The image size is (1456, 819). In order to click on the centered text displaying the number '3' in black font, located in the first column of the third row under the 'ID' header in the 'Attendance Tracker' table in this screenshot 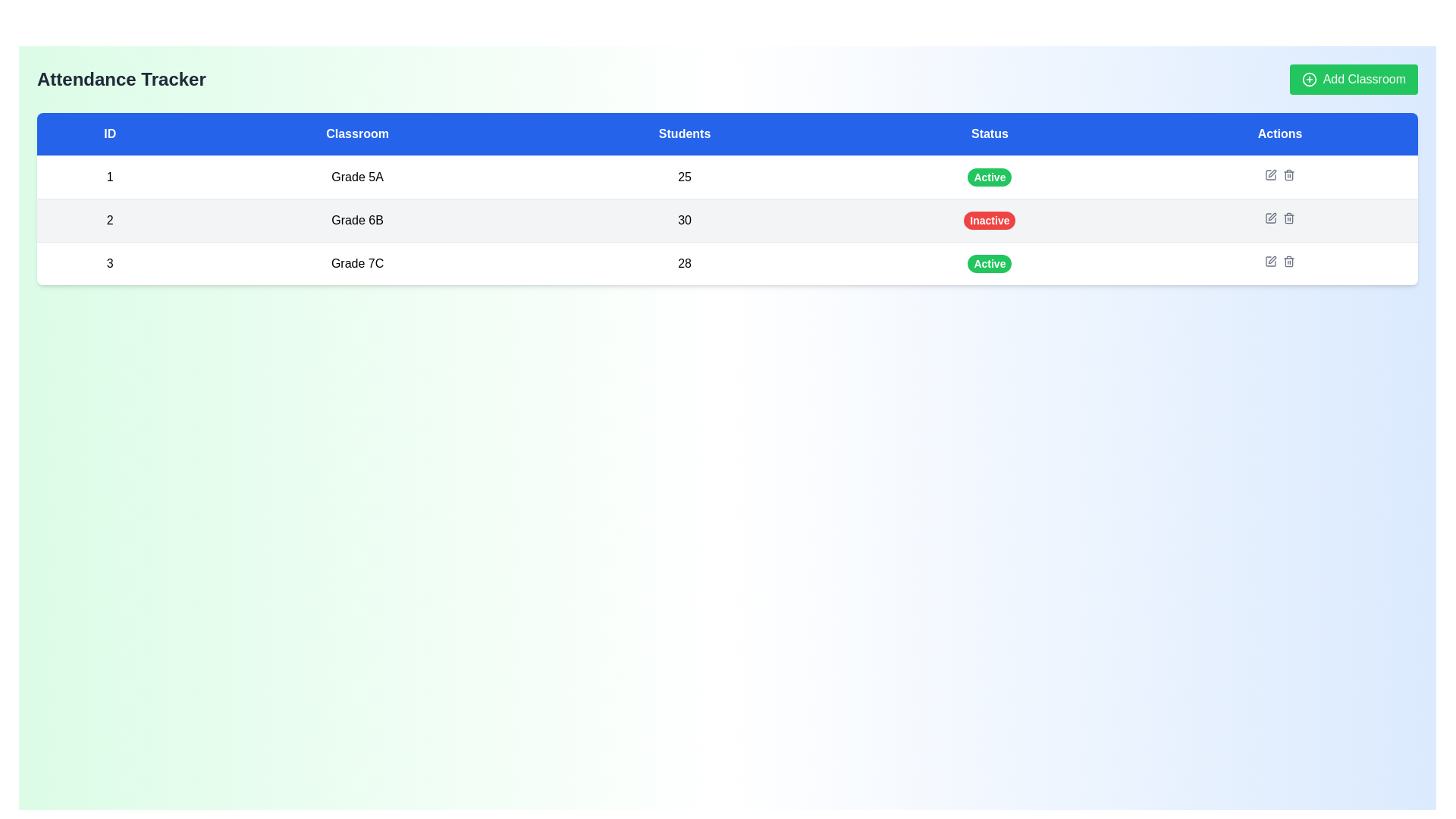, I will do `click(109, 262)`.